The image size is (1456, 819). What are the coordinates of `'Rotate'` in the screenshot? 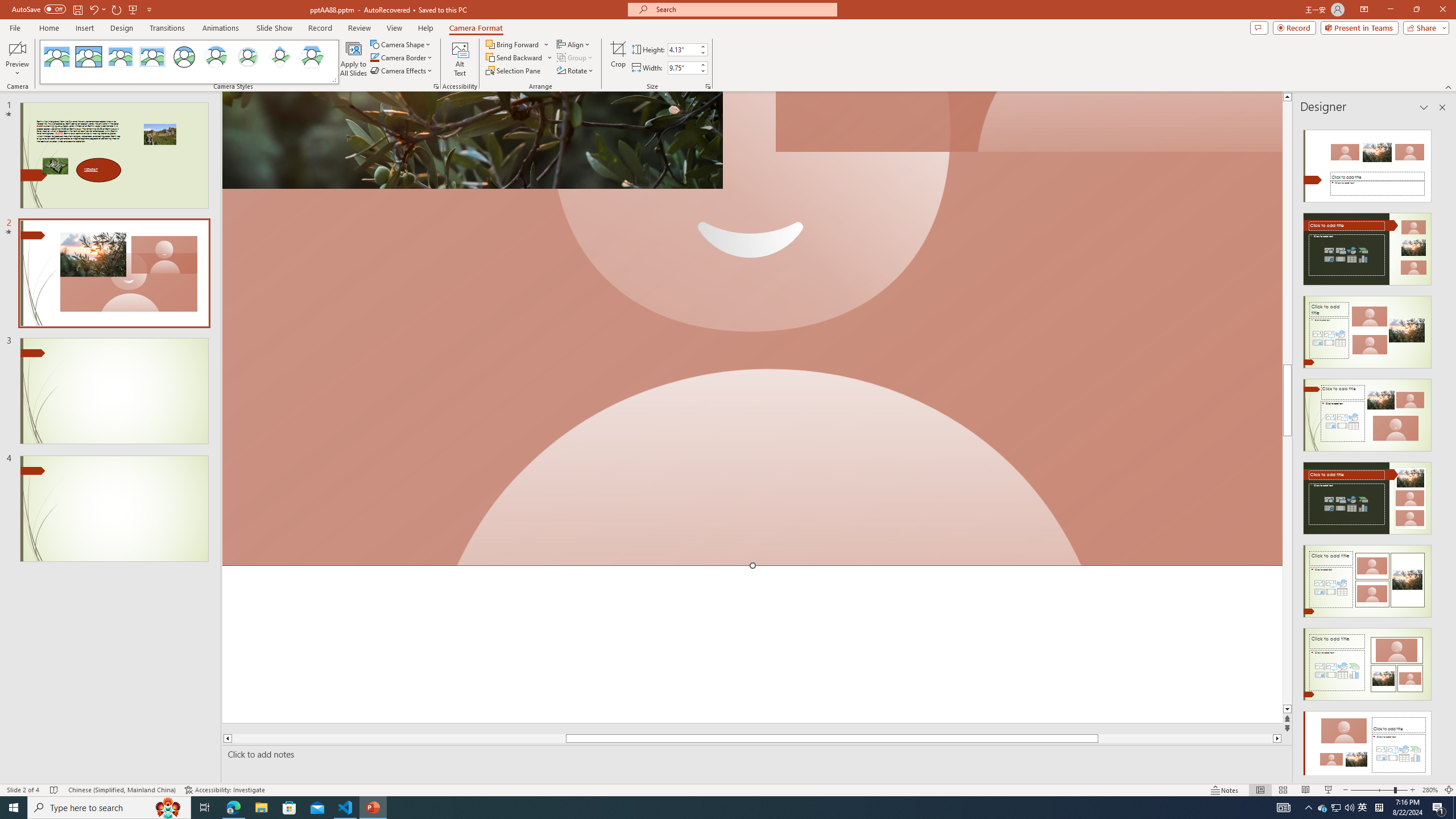 It's located at (575, 69).